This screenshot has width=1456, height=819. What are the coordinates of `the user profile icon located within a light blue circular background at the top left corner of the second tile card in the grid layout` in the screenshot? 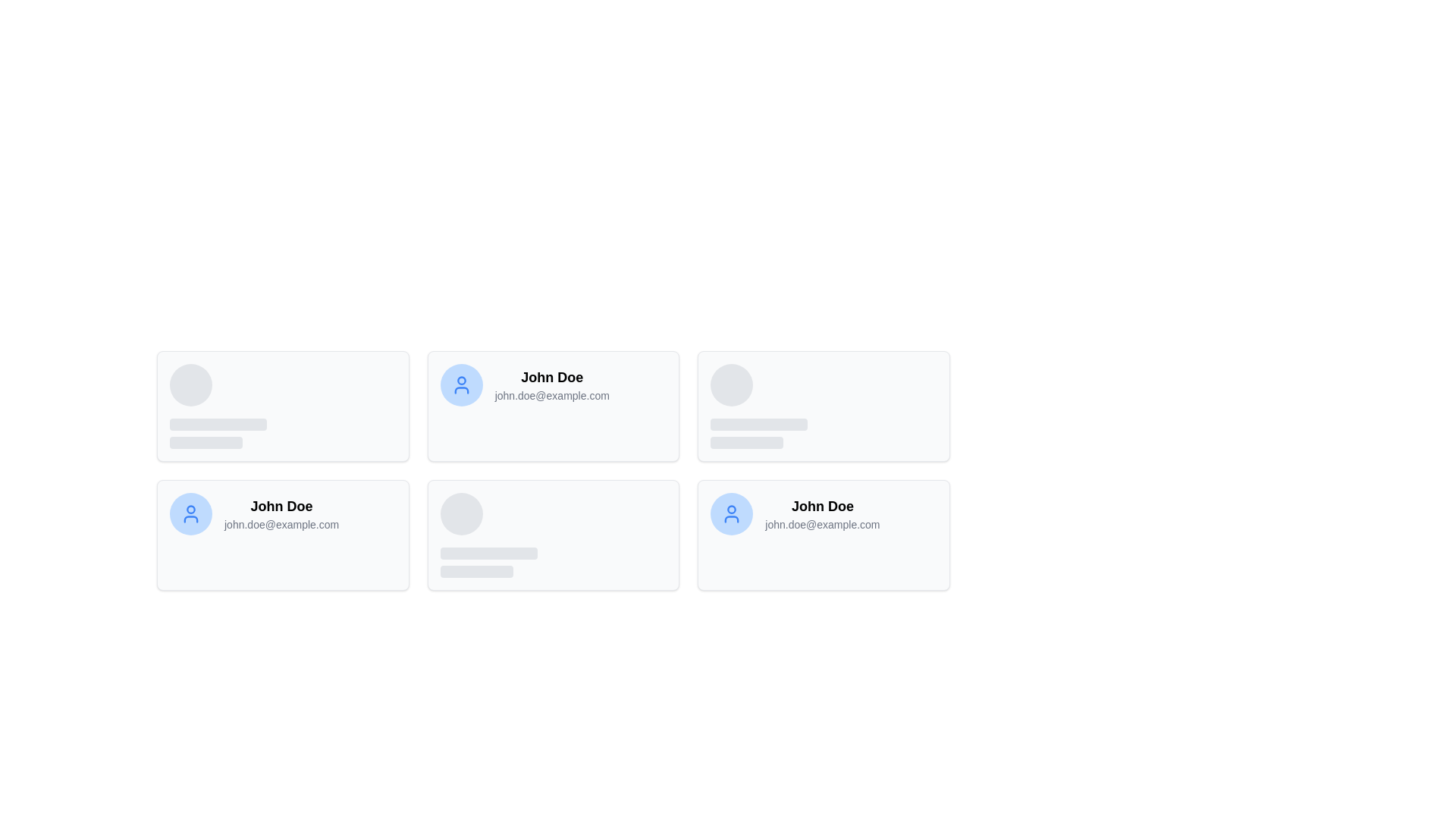 It's located at (732, 513).